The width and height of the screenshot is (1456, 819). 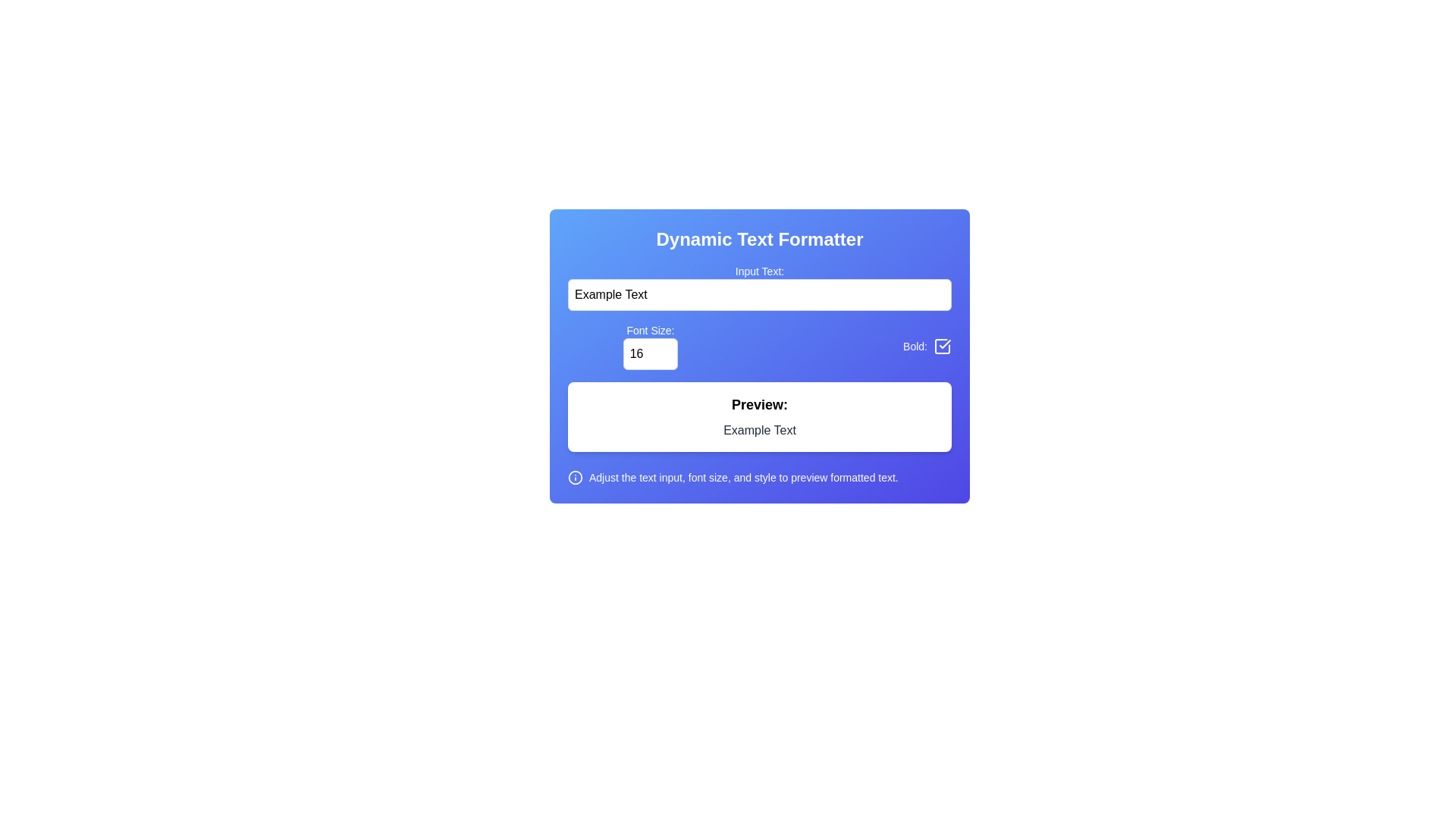 I want to click on the toggle checkbox for bold formatting, located to the right of the text 'Bold:', so click(x=942, y=346).